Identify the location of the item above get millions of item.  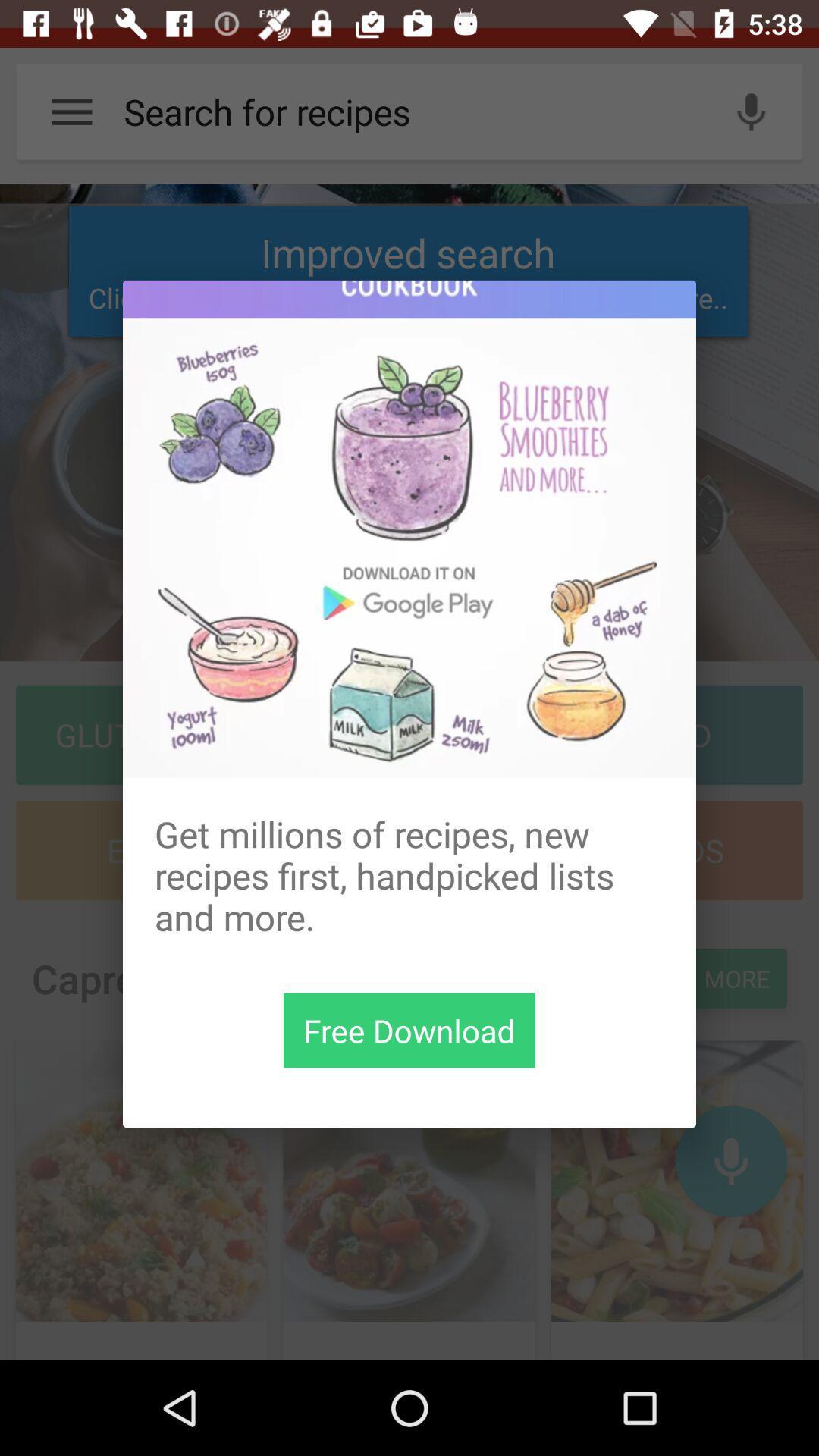
(409, 529).